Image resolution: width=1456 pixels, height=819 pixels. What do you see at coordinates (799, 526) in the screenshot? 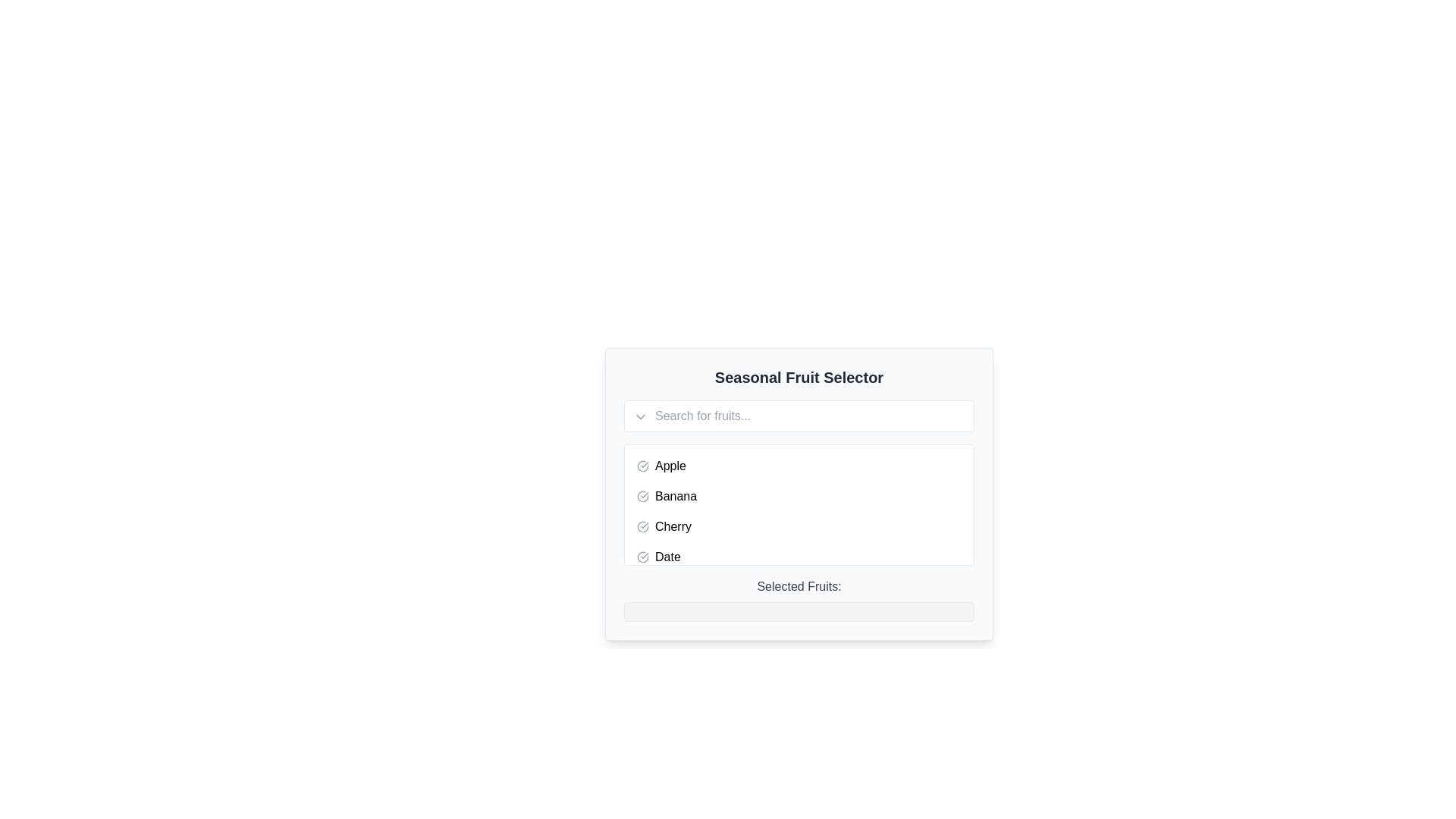
I see `the third selectable fruit option in the dropdown list, which is positioned between 'Banana' and 'Date'` at bounding box center [799, 526].